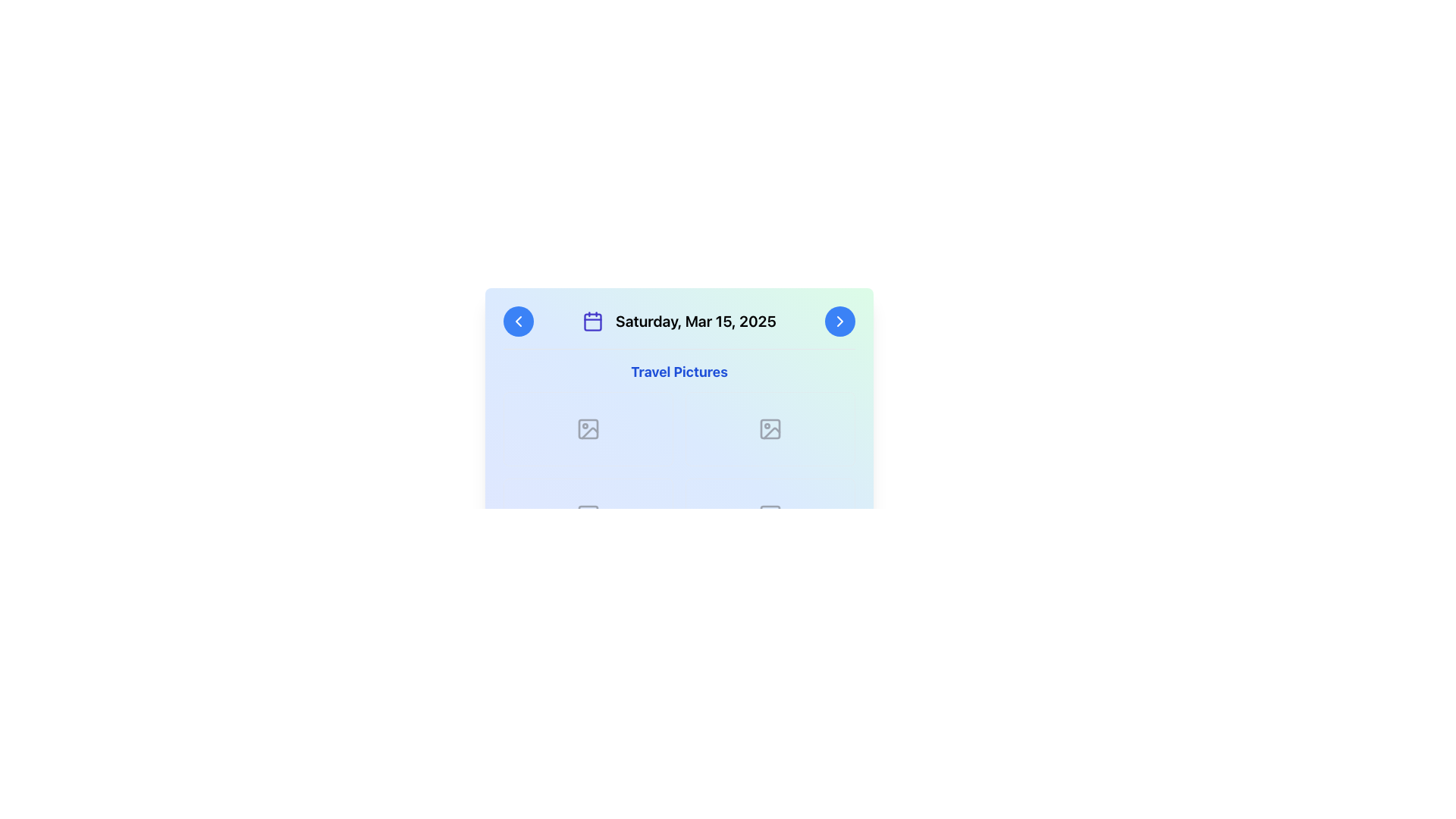  What do you see at coordinates (679, 372) in the screenshot?
I see `the text label displaying 'Travel Pictures' in bold blue font, located below the date and navigation arrows` at bounding box center [679, 372].